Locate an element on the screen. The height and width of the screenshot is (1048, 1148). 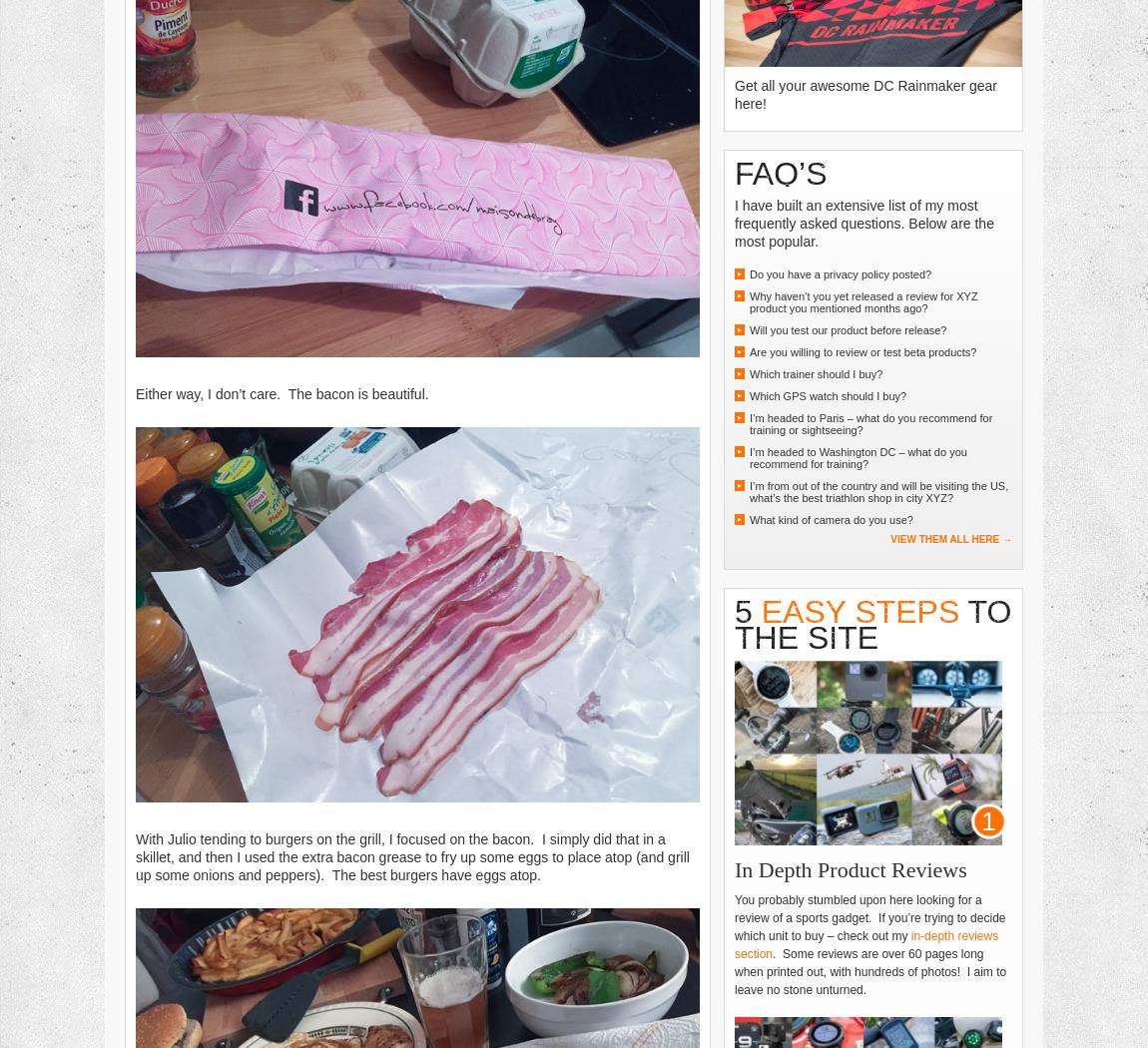
'Which GPS watch should I buy?' is located at coordinates (748, 394).